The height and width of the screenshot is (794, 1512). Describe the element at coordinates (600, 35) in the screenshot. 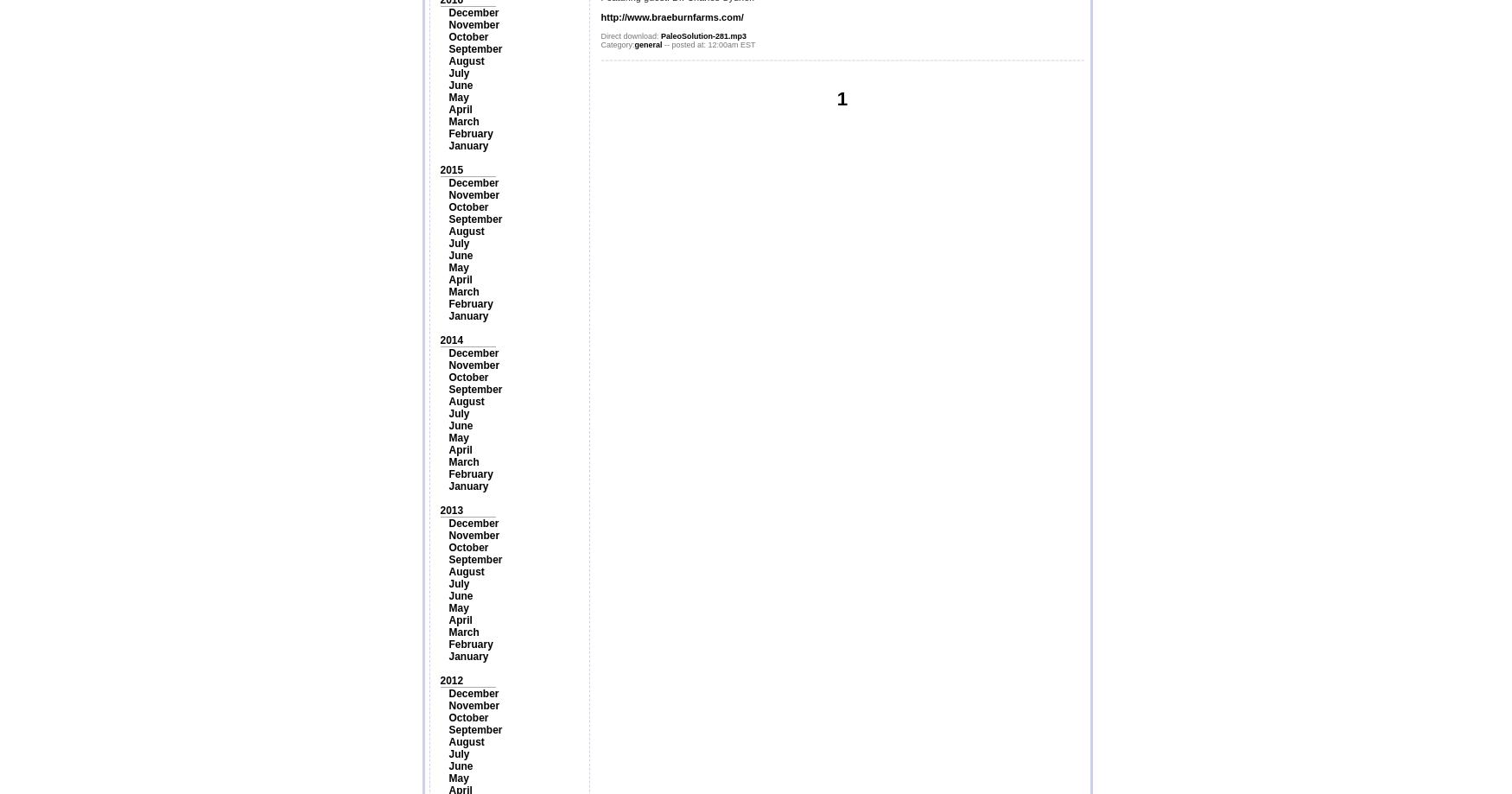

I see `'Direct download:'` at that location.